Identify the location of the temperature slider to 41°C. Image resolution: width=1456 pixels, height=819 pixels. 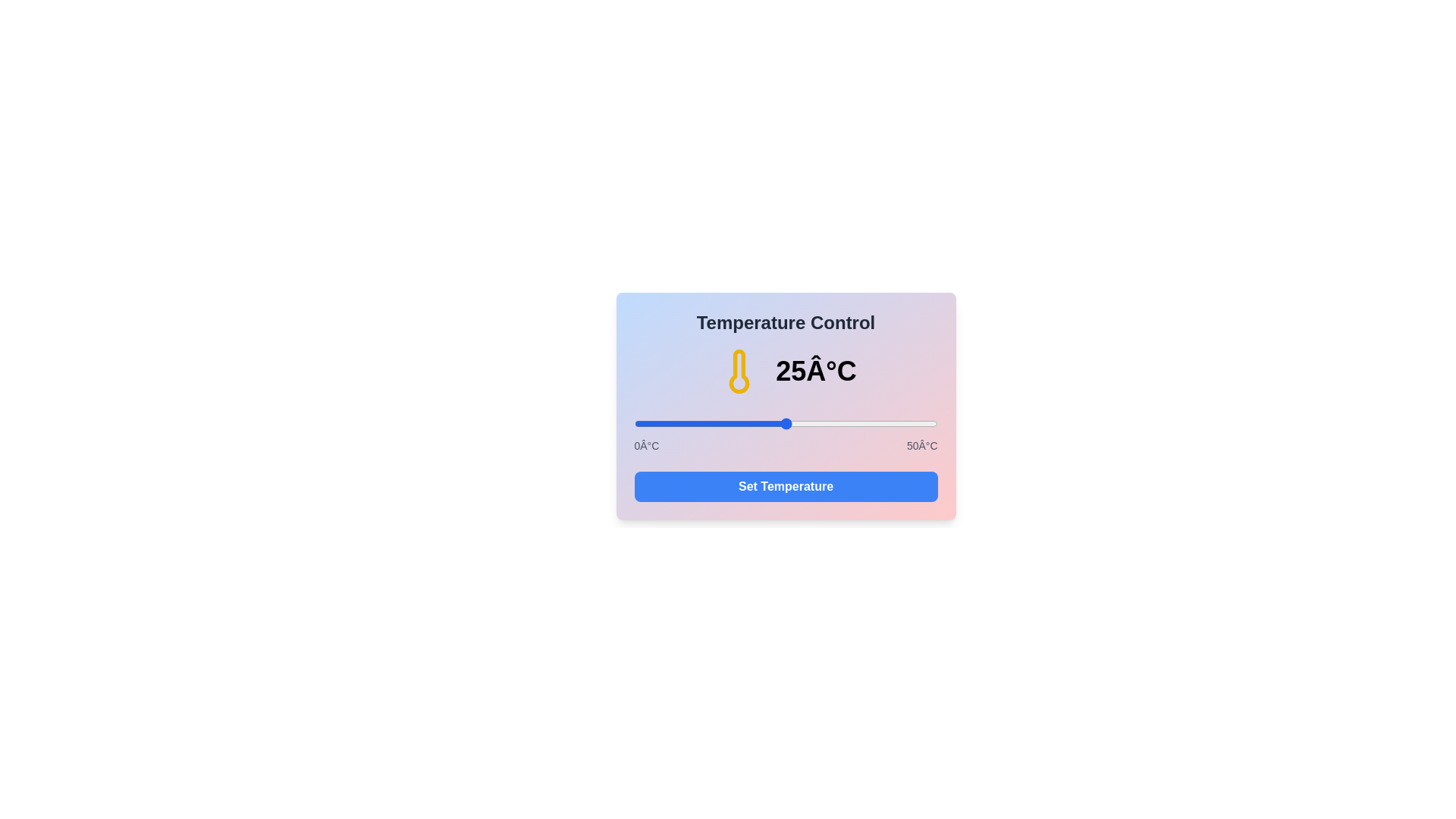
(883, 424).